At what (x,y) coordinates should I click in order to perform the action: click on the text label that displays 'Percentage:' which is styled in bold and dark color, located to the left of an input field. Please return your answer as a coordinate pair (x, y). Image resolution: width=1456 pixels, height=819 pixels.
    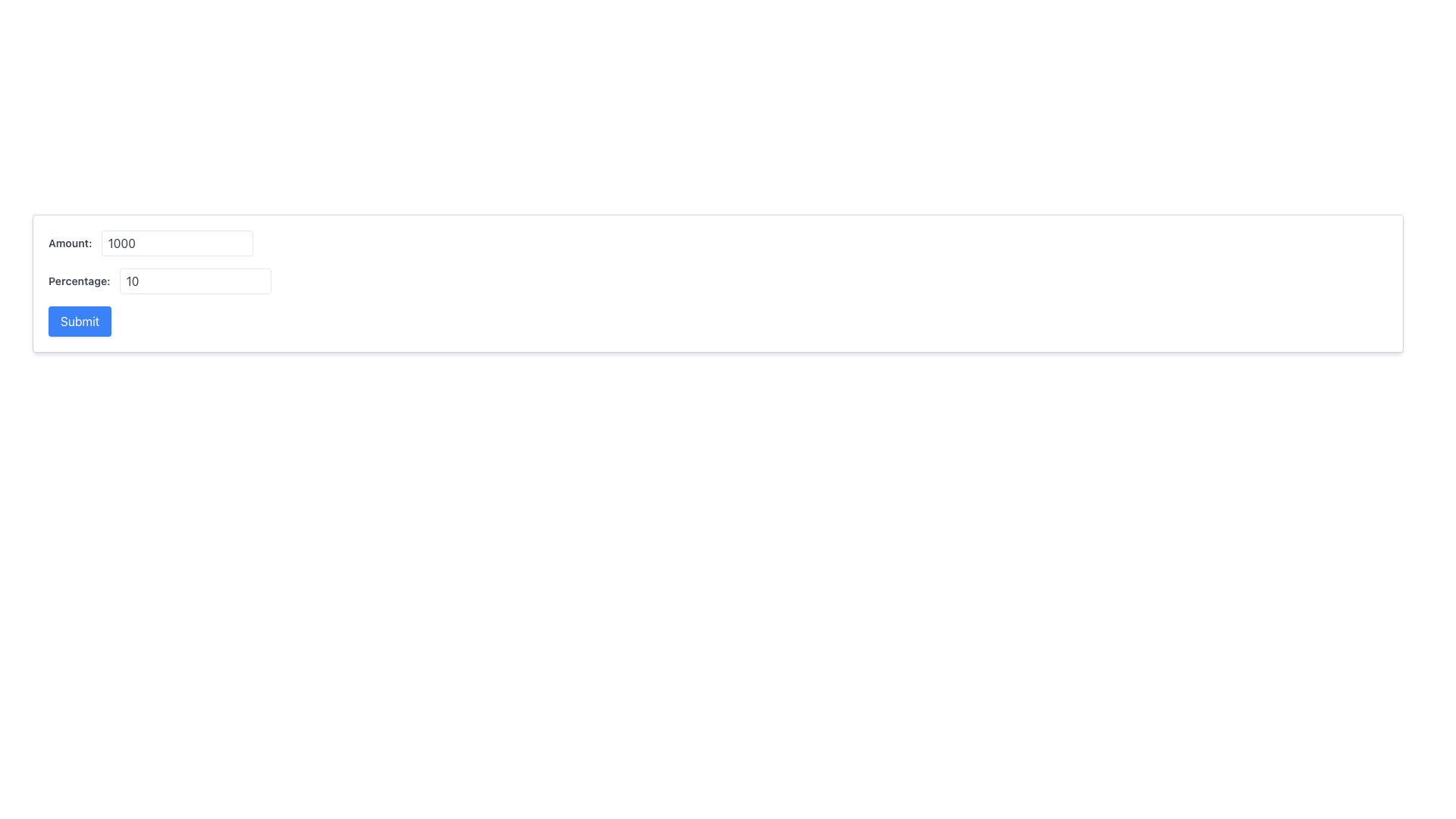
    Looking at the image, I should click on (78, 281).